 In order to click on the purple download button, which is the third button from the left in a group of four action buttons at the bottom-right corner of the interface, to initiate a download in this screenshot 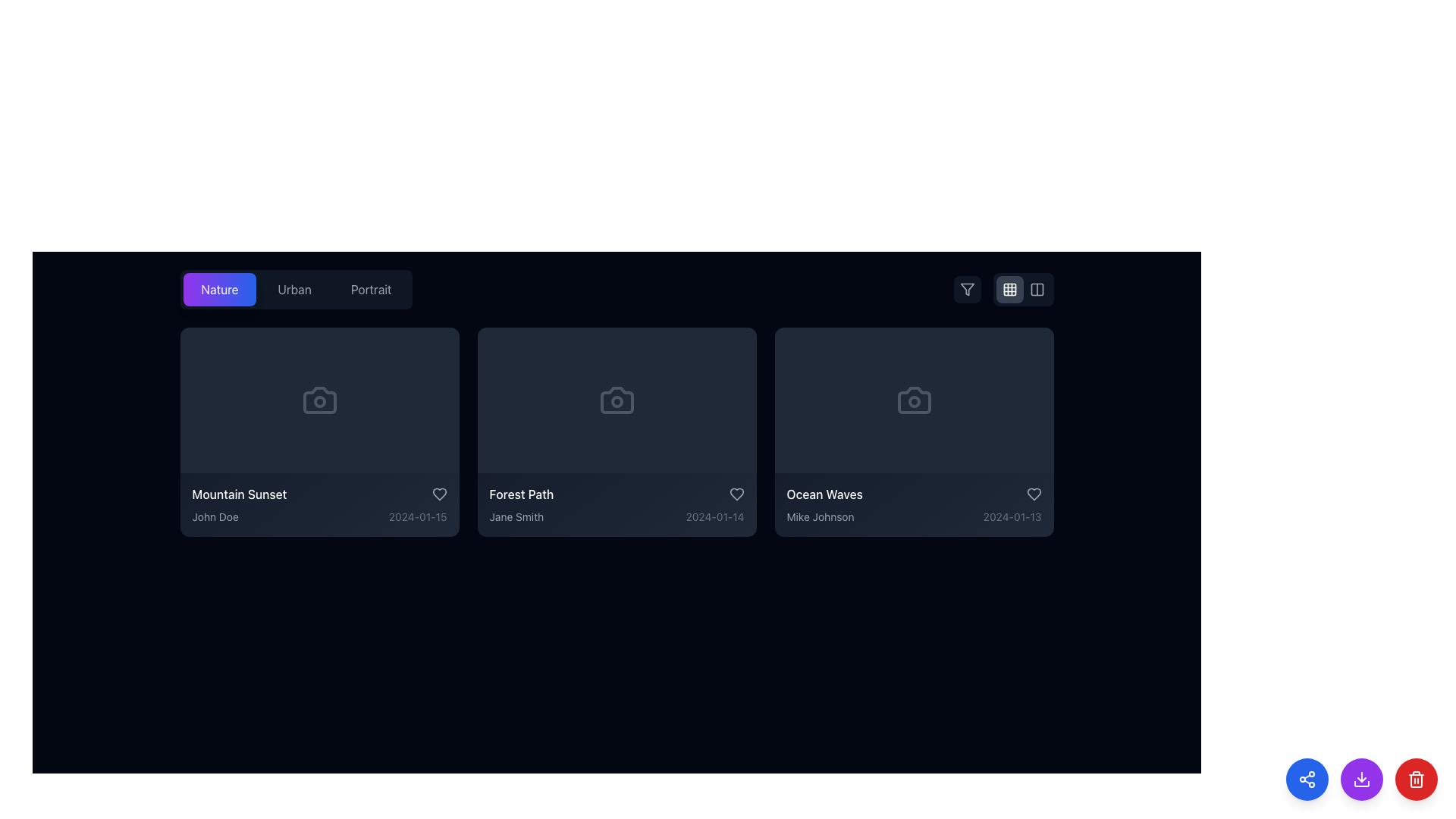, I will do `click(1361, 780)`.